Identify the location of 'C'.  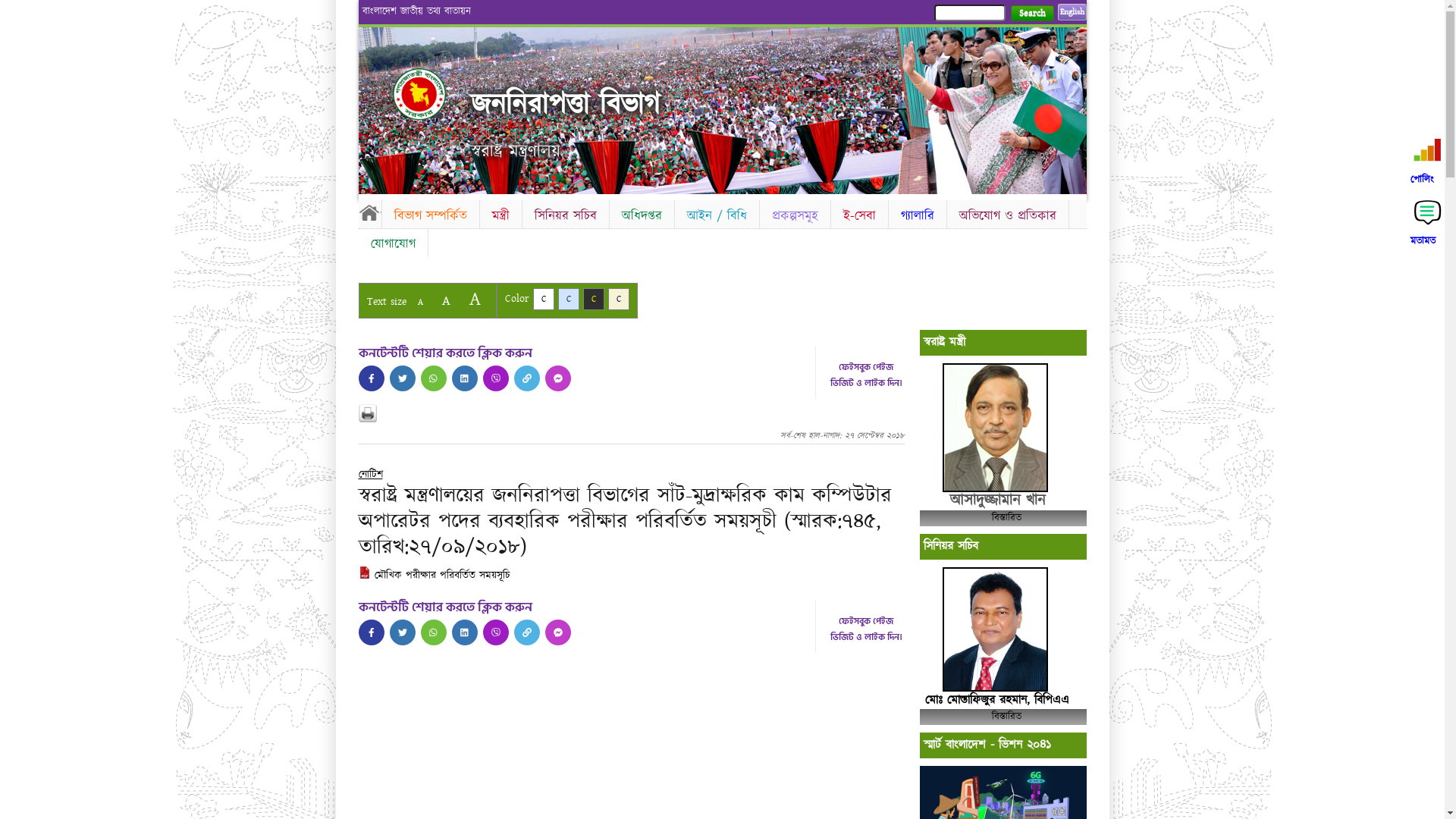
(567, 299).